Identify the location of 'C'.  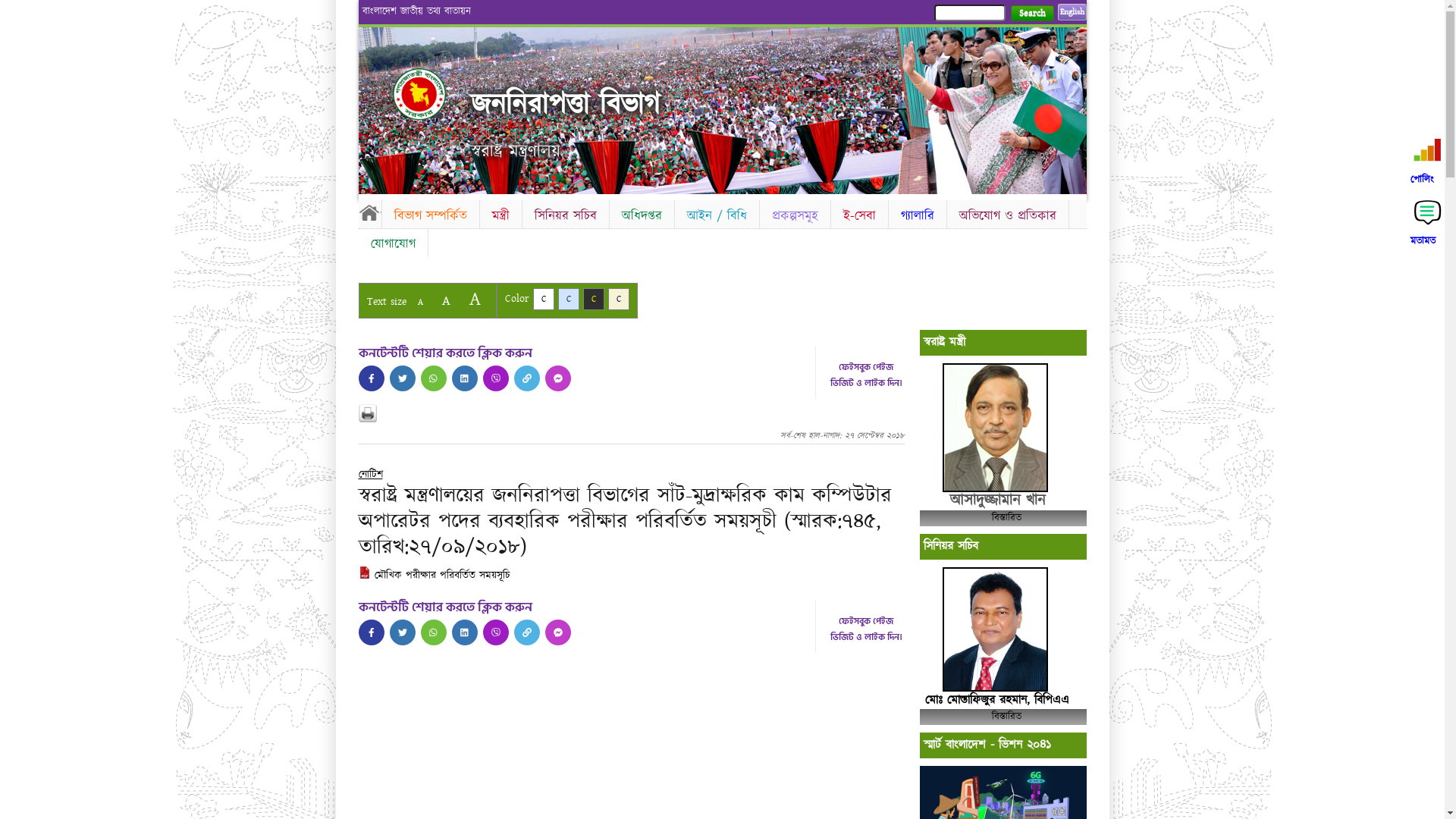
(567, 299).